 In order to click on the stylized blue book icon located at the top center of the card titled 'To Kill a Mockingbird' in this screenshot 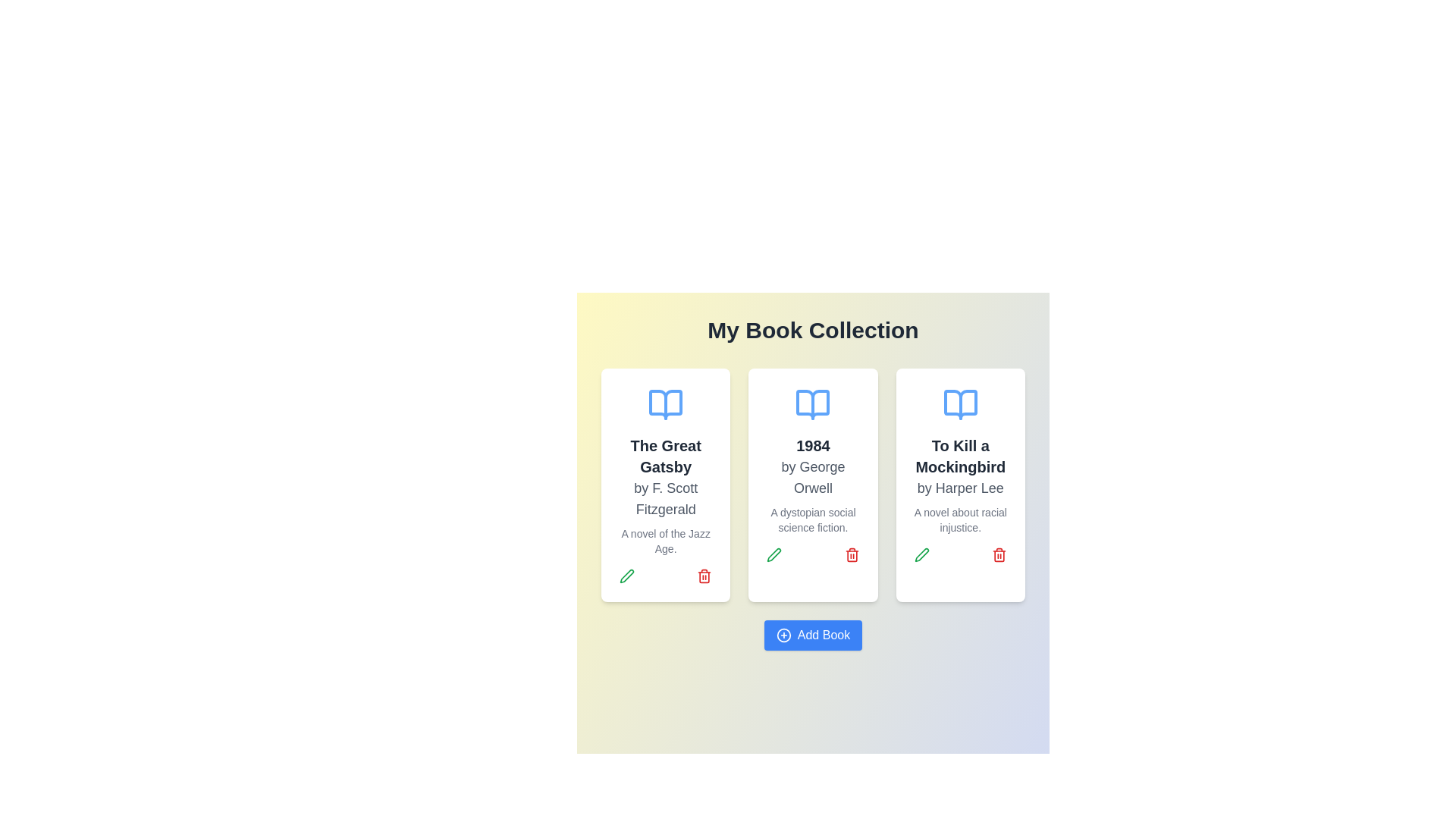, I will do `click(959, 403)`.